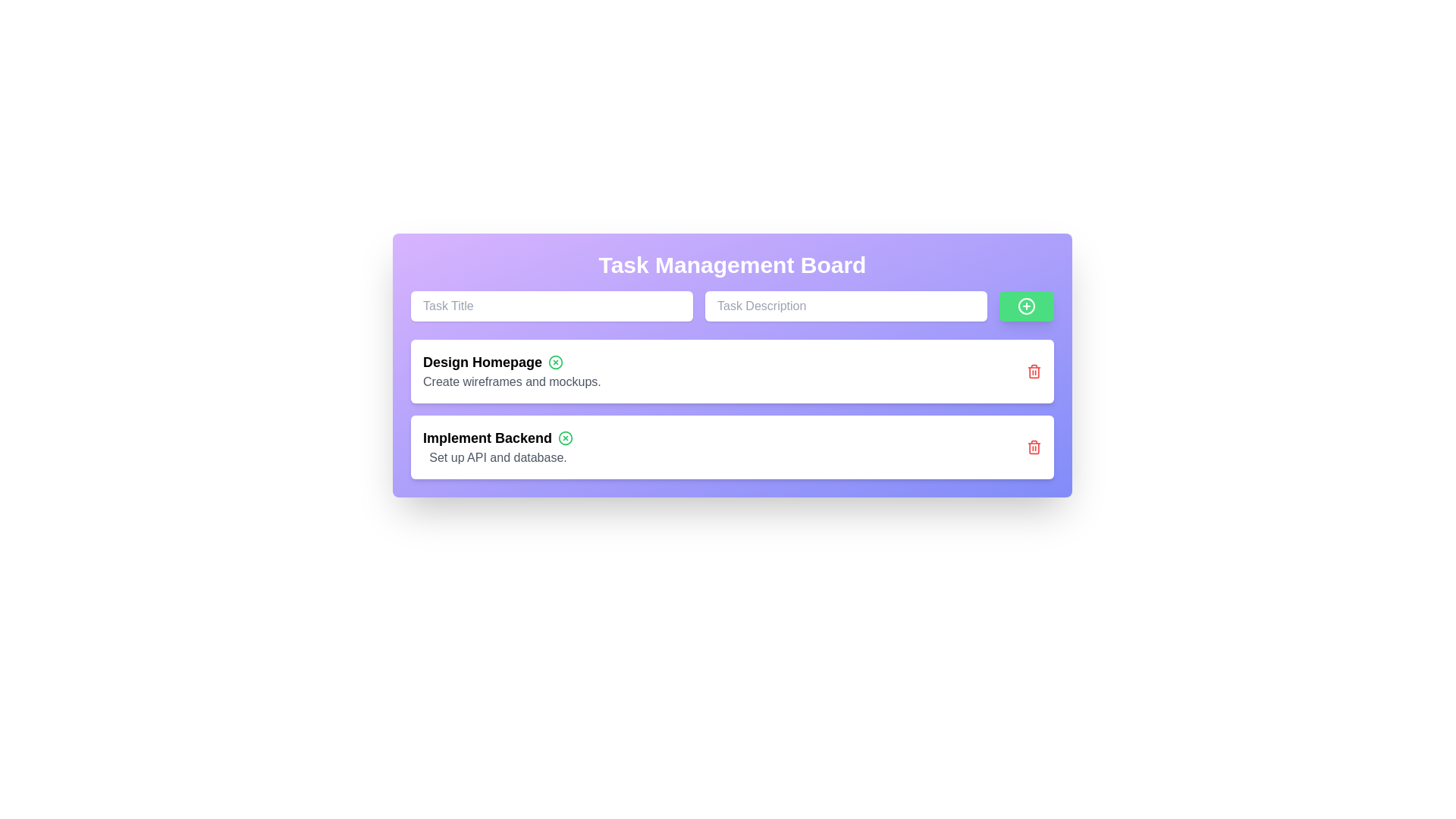 The width and height of the screenshot is (1456, 819). Describe the element at coordinates (732, 447) in the screenshot. I see `the 'Implement Backend' task card` at that location.